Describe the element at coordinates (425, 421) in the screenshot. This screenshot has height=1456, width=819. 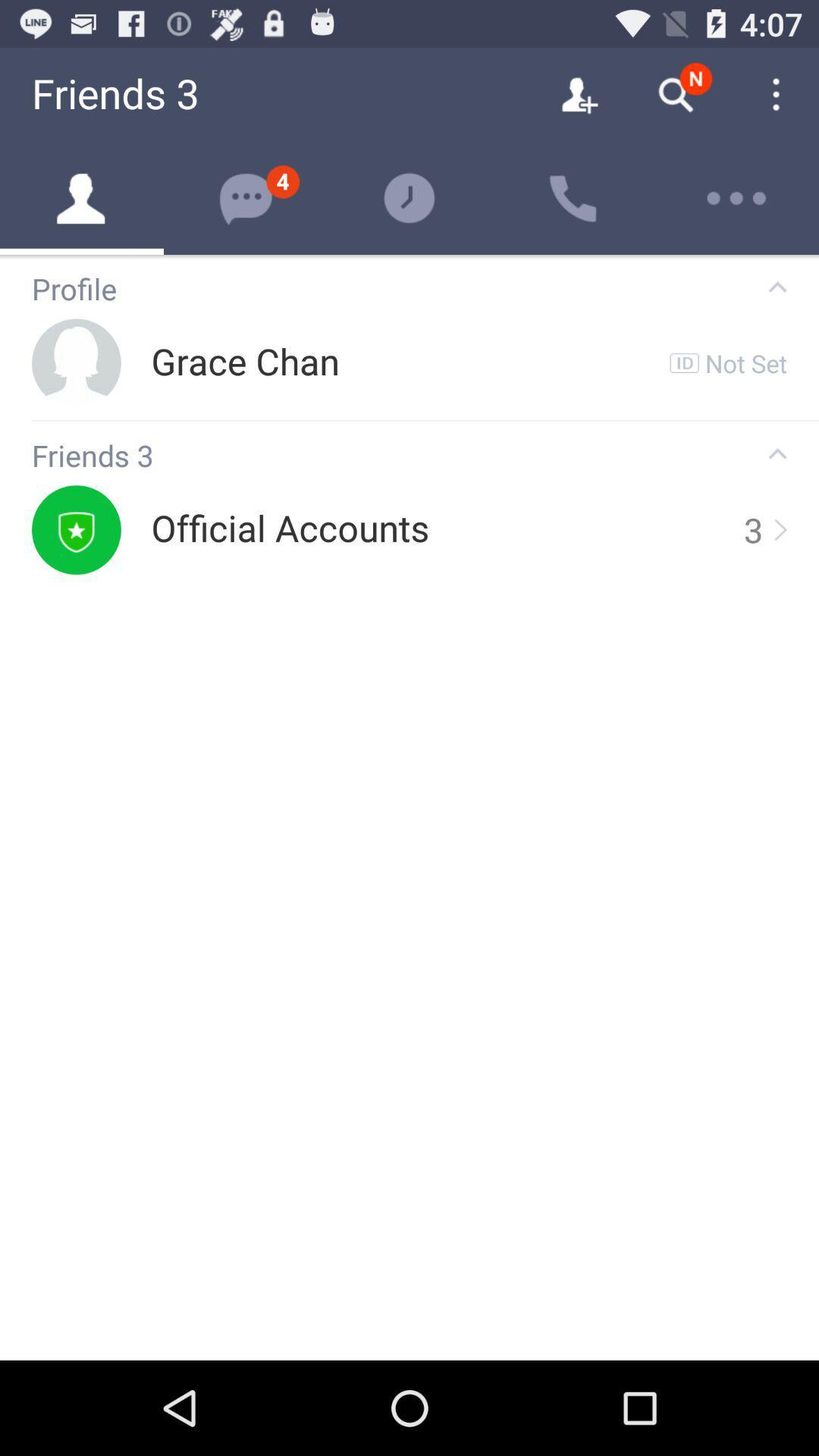
I see `the app above friends 3 icon` at that location.